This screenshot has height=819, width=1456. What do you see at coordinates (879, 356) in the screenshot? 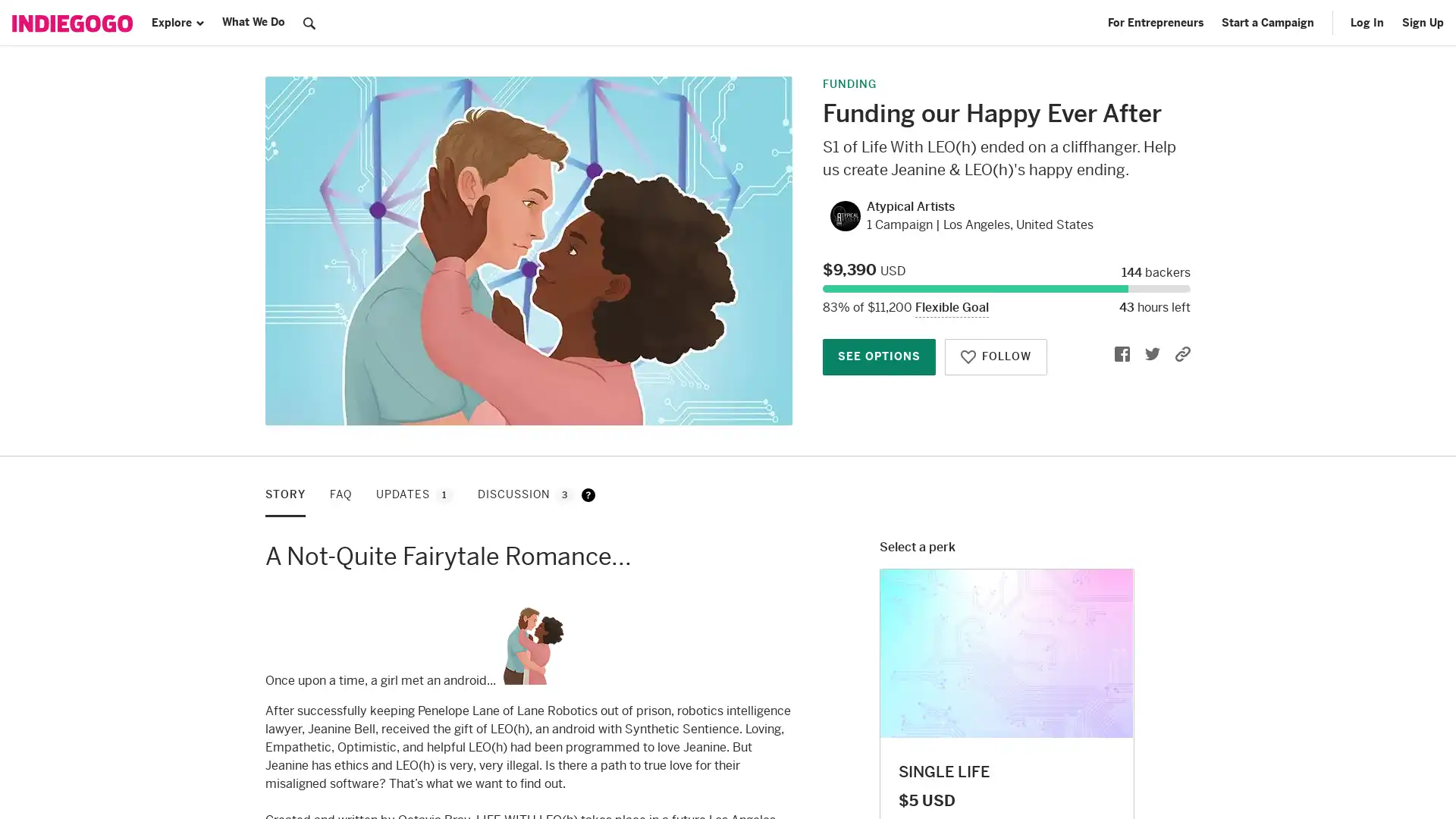
I see `SEE OPTIONS` at bounding box center [879, 356].